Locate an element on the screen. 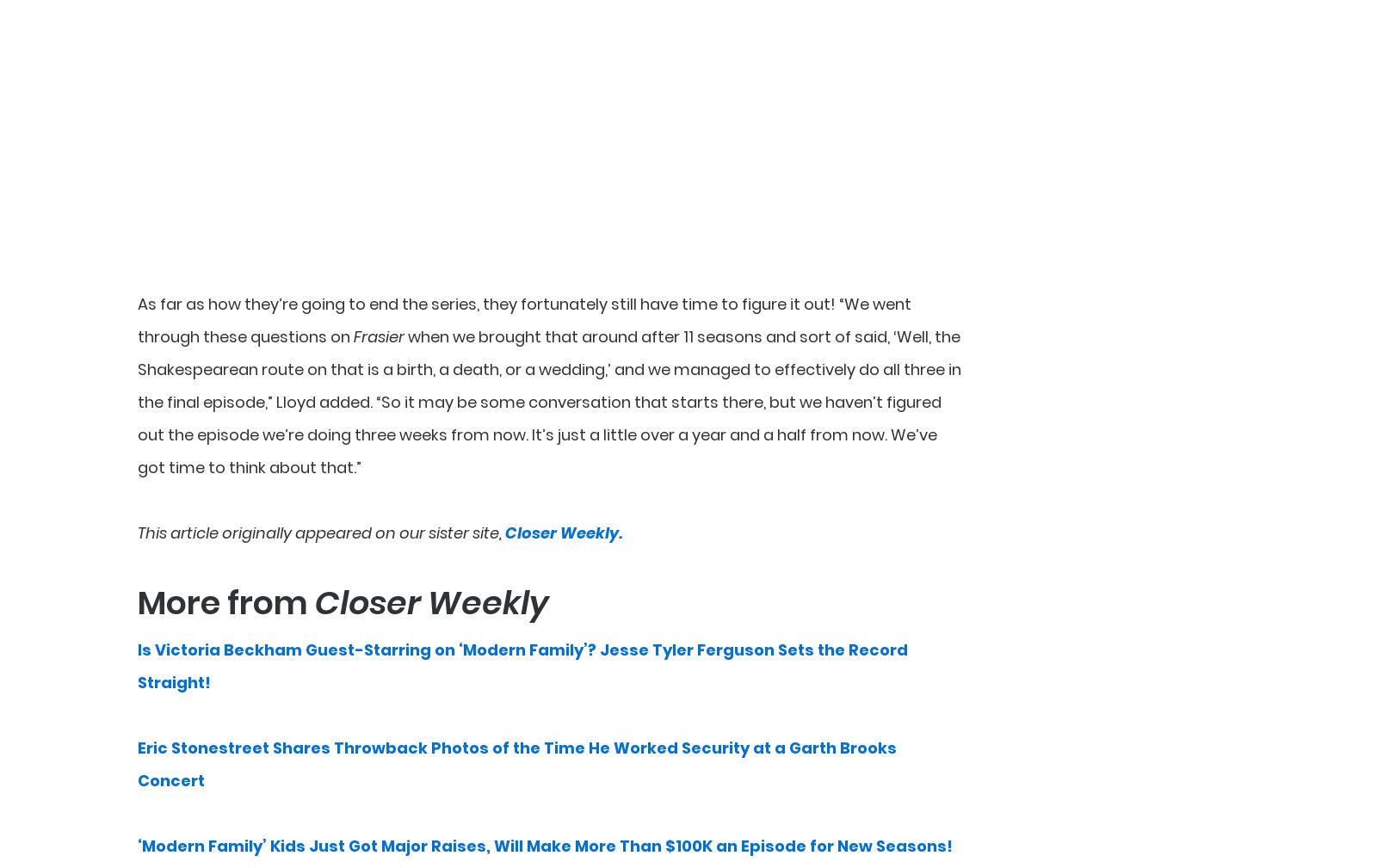 This screenshot has width=1377, height=868. 'Closer Weekly' is located at coordinates (430, 602).